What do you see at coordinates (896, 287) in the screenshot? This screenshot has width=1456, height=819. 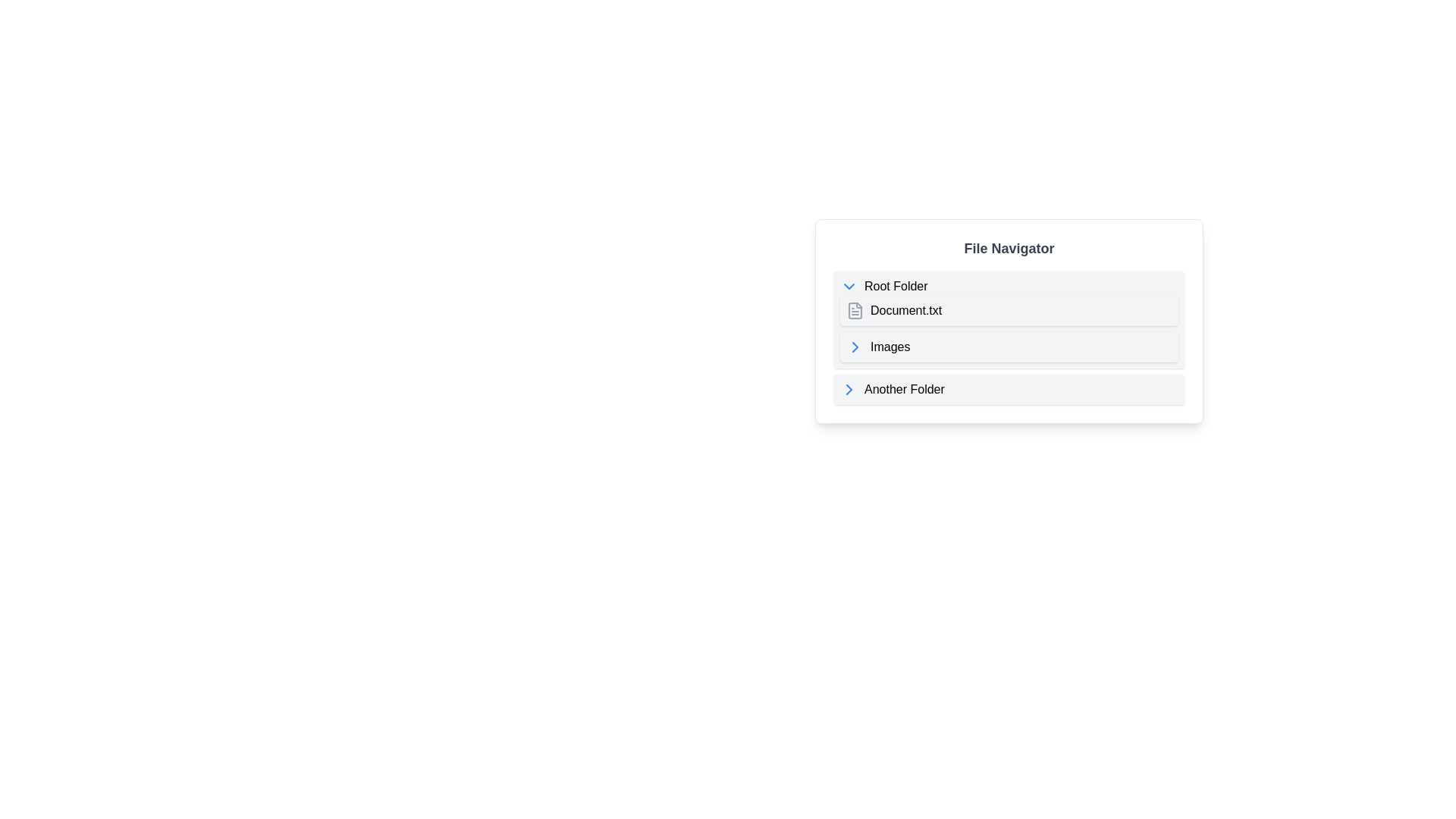 I see `the static text label that identifies the root directory` at bounding box center [896, 287].